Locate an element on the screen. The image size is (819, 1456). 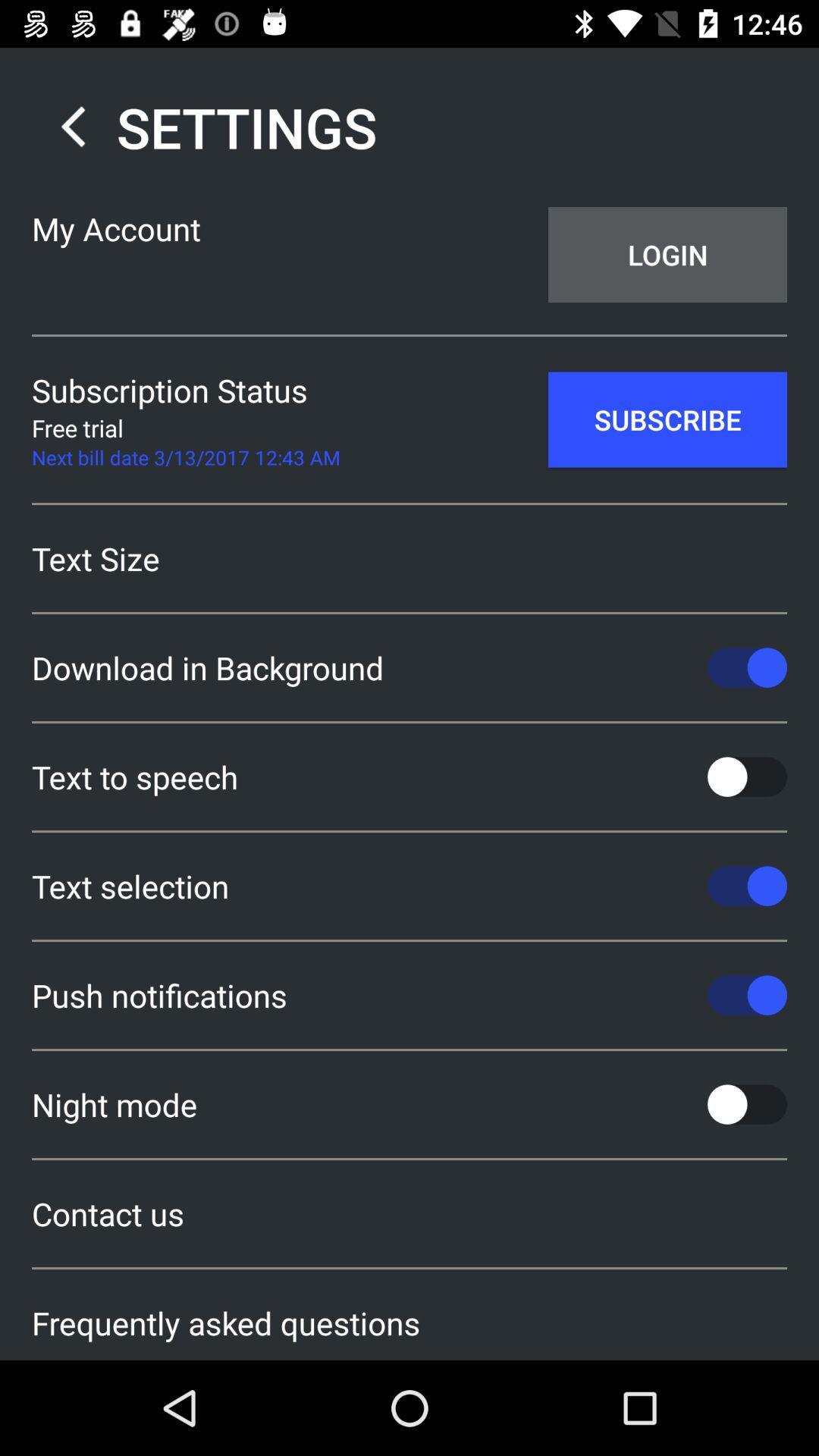
the download in background item is located at coordinates (409, 667).